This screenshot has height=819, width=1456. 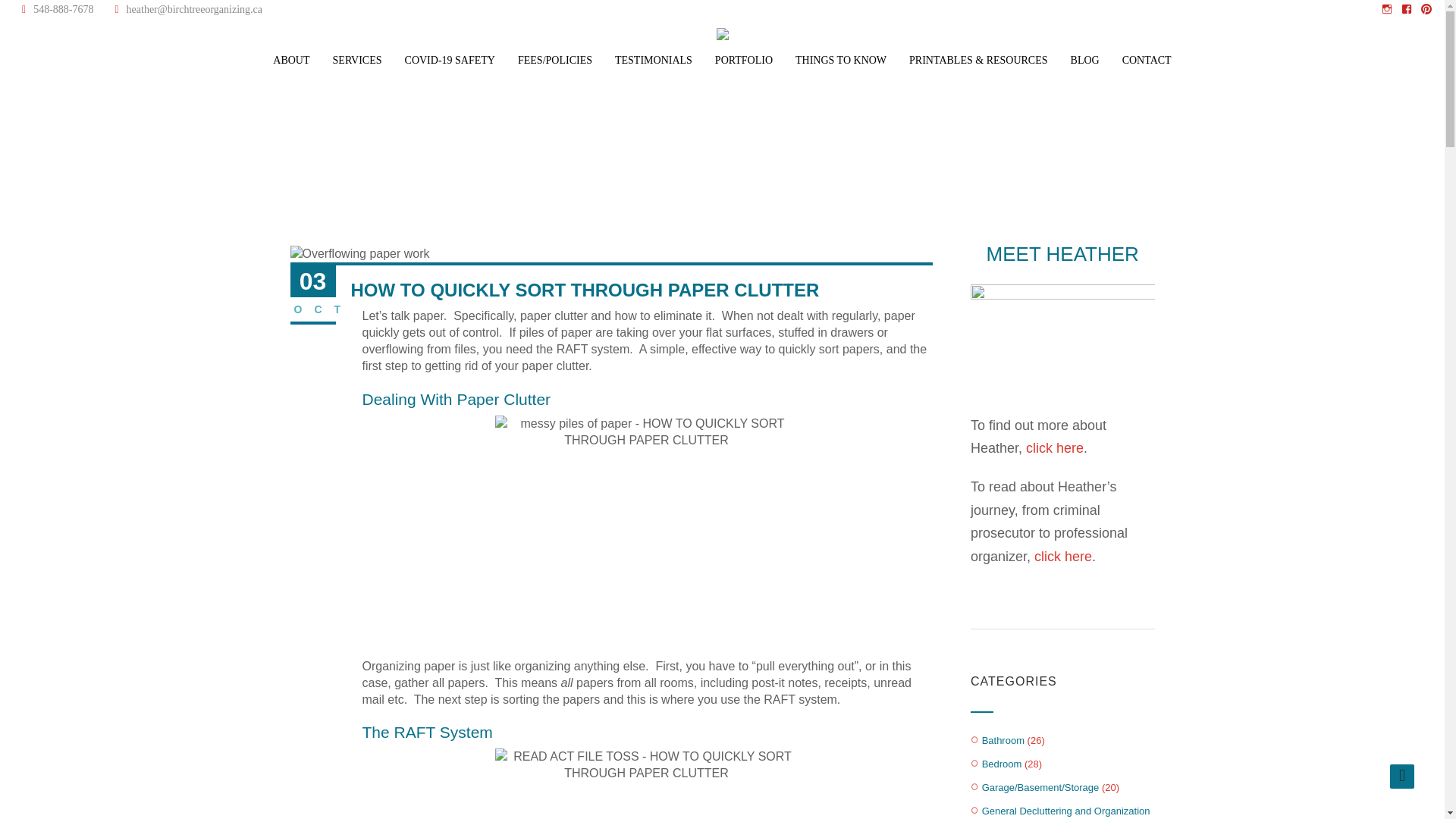 What do you see at coordinates (1389, 8) in the screenshot?
I see `'Instagram'` at bounding box center [1389, 8].